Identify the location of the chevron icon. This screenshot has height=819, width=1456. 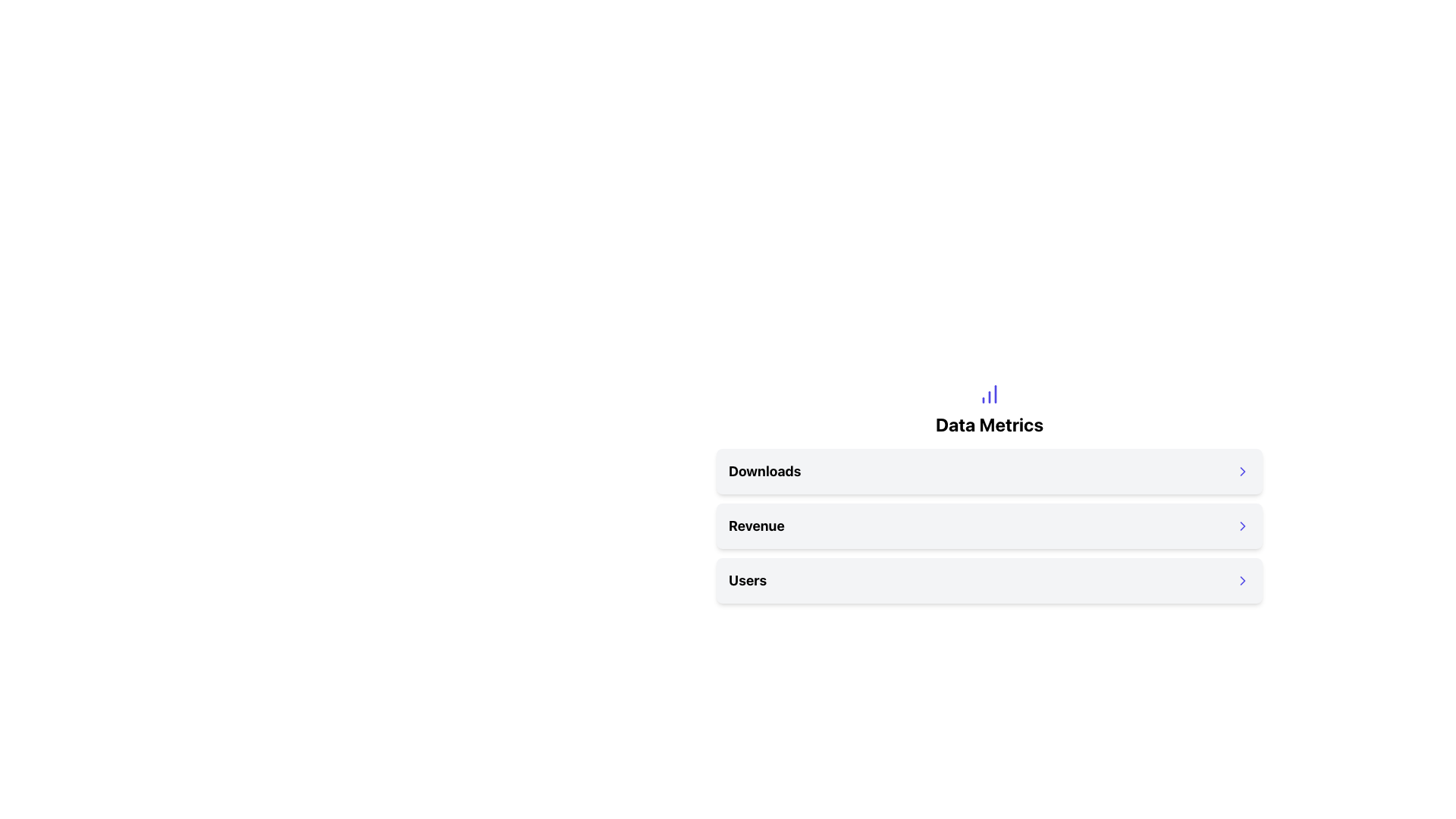
(1242, 470).